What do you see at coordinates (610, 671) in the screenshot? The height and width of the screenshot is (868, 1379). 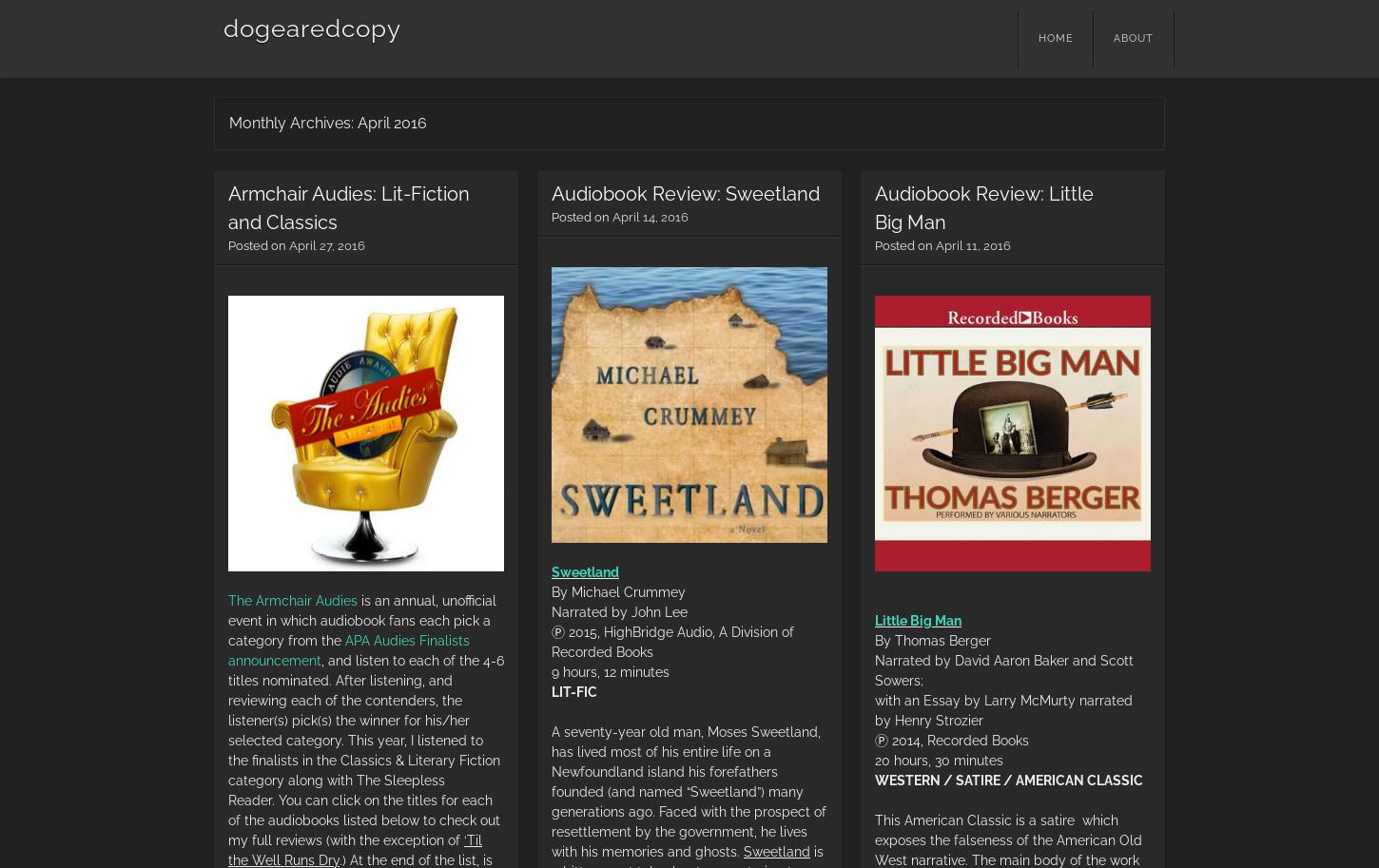 I see `'9 hours, 12 minutes'` at bounding box center [610, 671].